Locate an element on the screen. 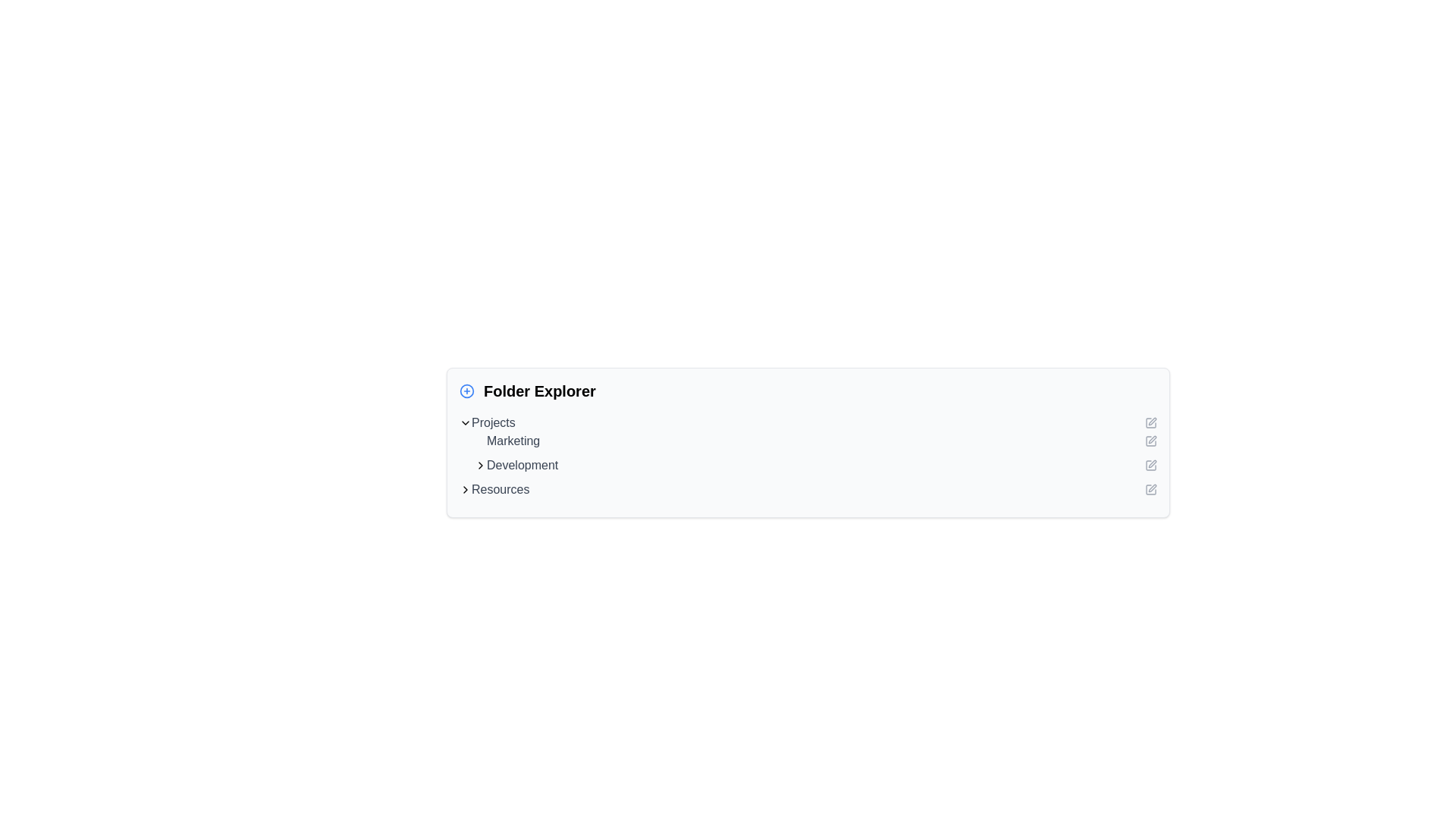 The width and height of the screenshot is (1456, 819). the small square icon with a pen illustration, located adjacent to the text 'Marketing' is located at coordinates (1150, 441).